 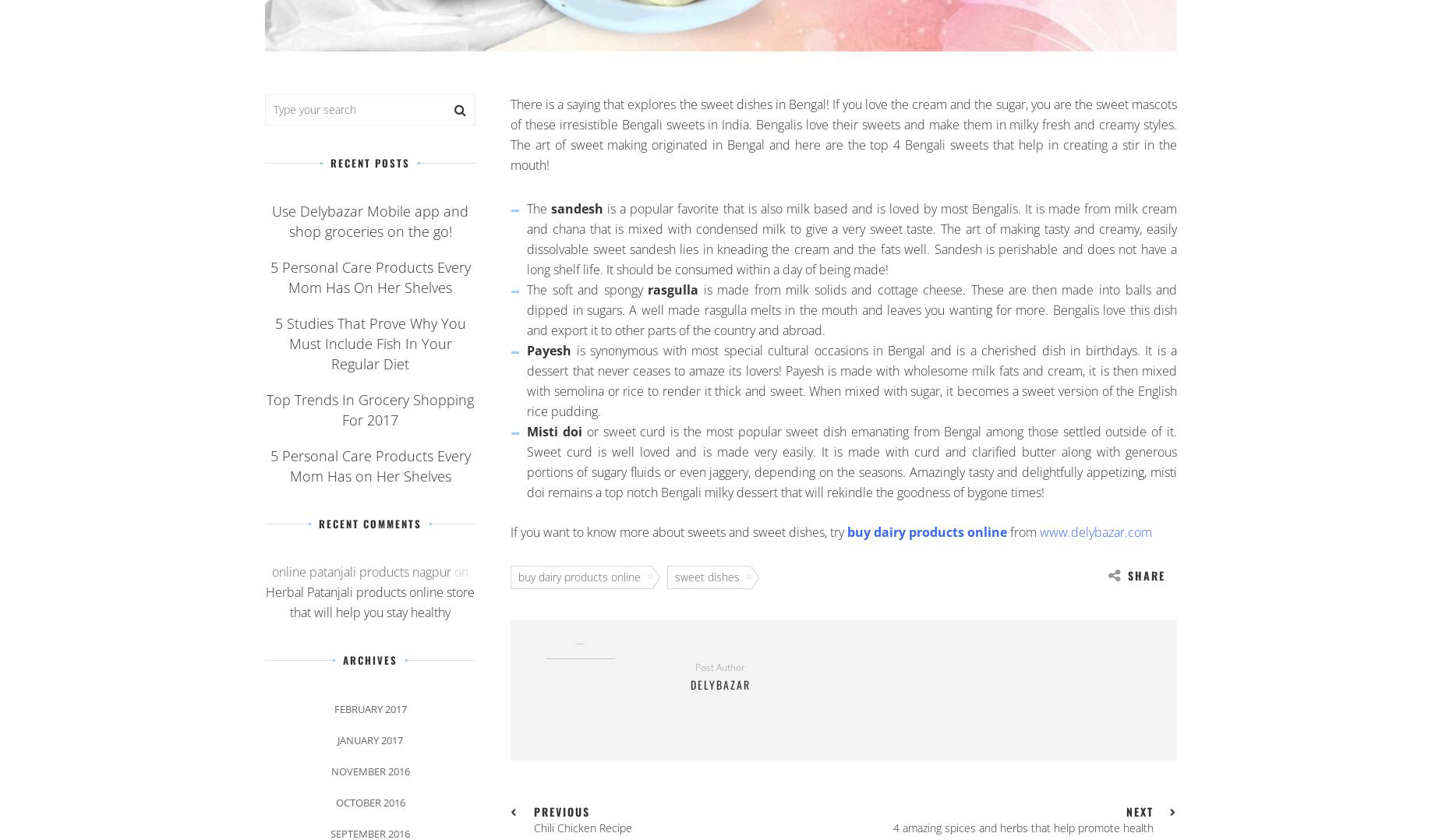 I want to click on 'on', so click(x=459, y=571).